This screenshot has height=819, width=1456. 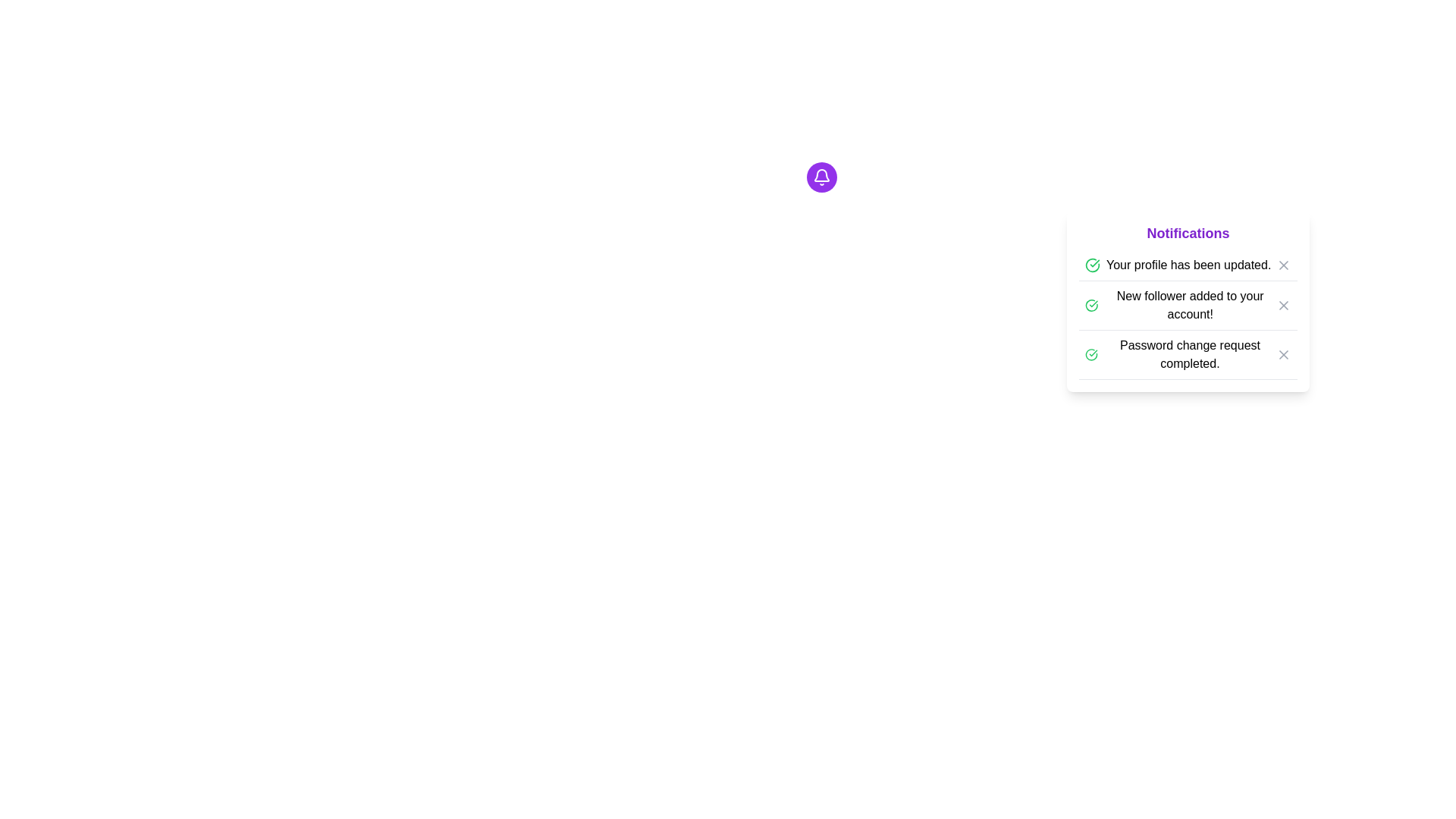 I want to click on the gray 'X' icon button located to the right of the notification text 'New follower added to your account!' to change its color, so click(x=1283, y=305).